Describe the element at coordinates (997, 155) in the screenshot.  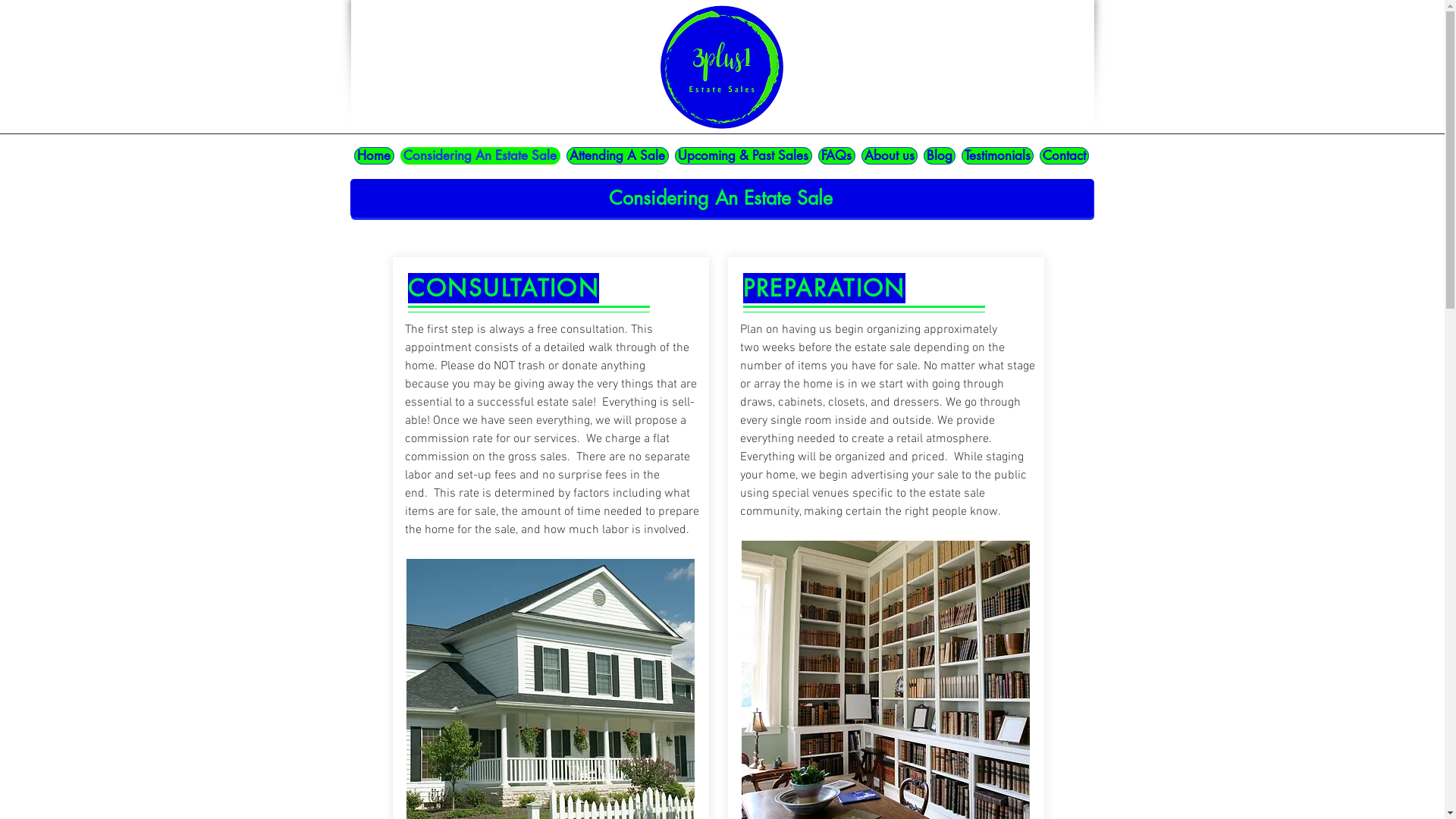
I see `'Testimonials'` at that location.